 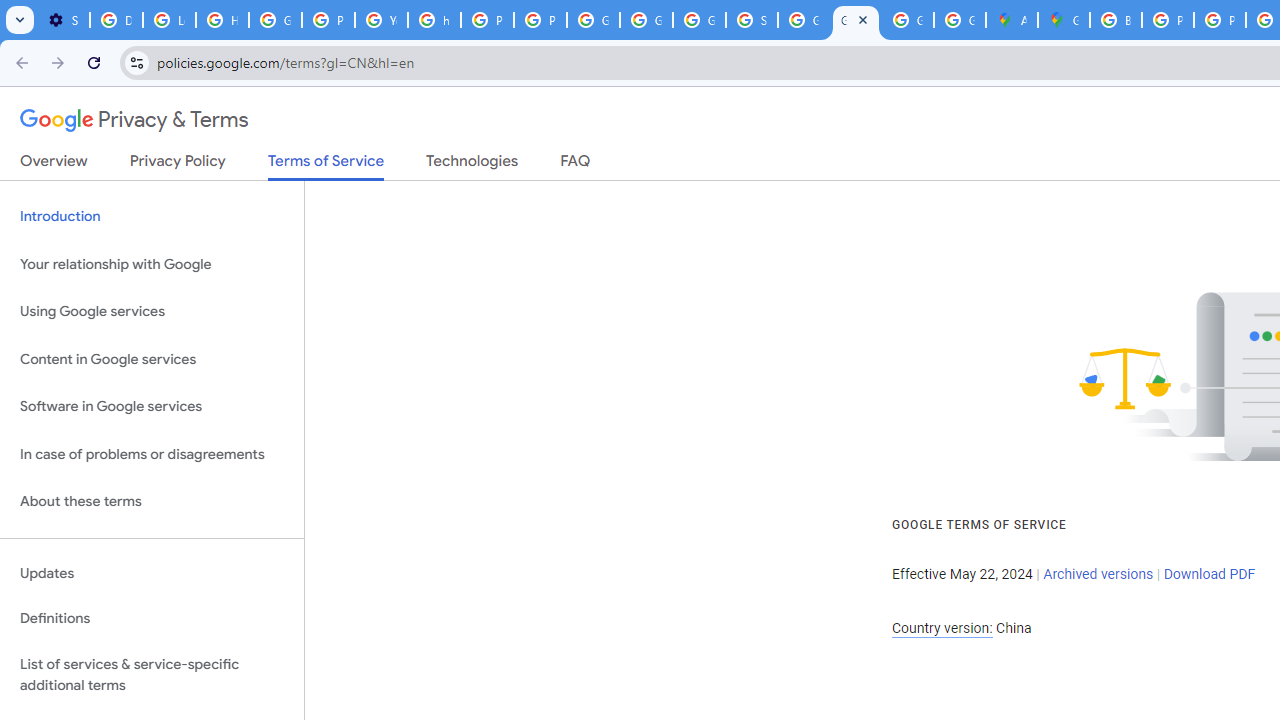 I want to click on 'Overview', so click(x=54, y=164).